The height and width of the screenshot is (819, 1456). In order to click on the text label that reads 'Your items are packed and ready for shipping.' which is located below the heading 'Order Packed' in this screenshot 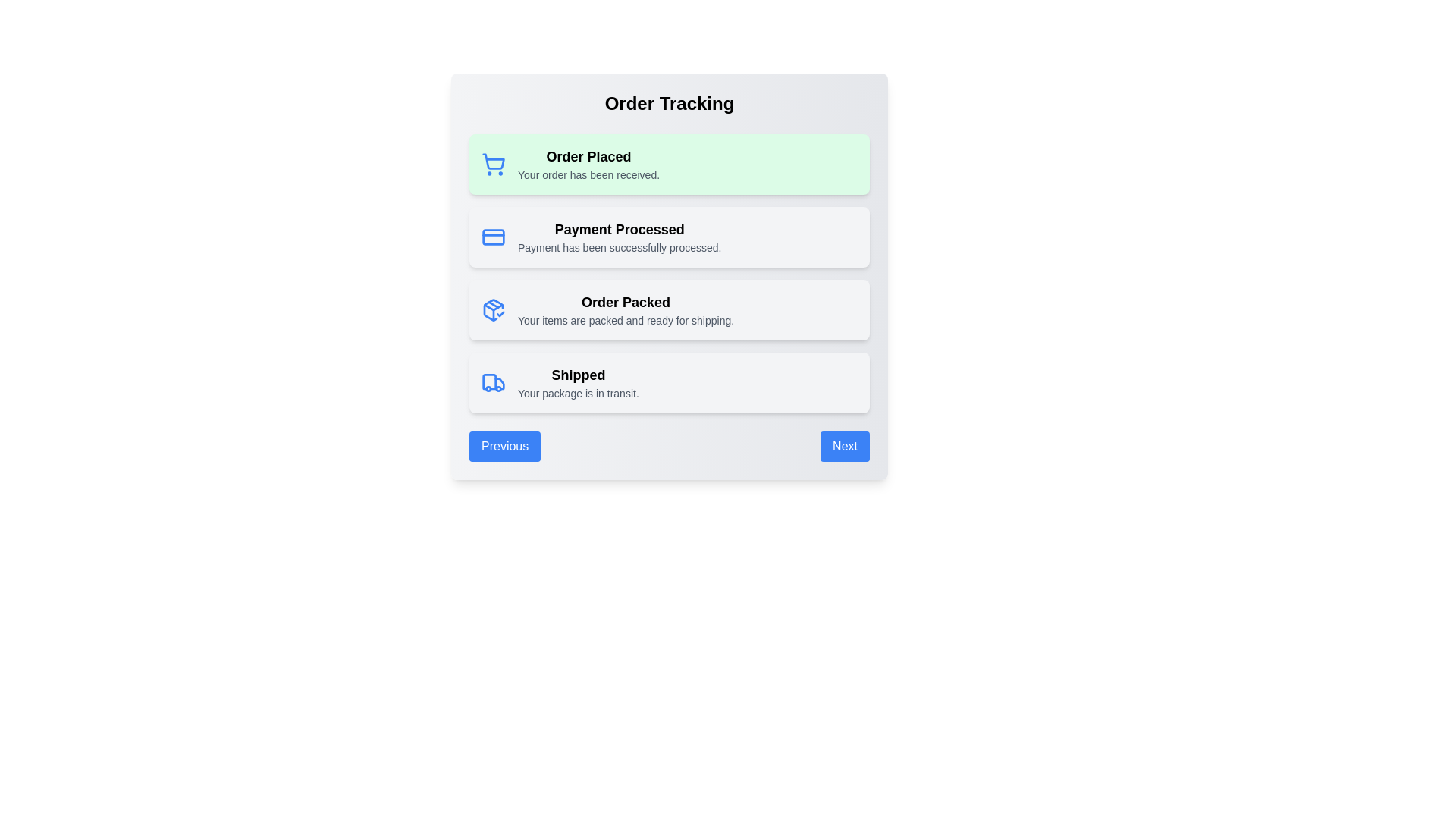, I will do `click(626, 320)`.